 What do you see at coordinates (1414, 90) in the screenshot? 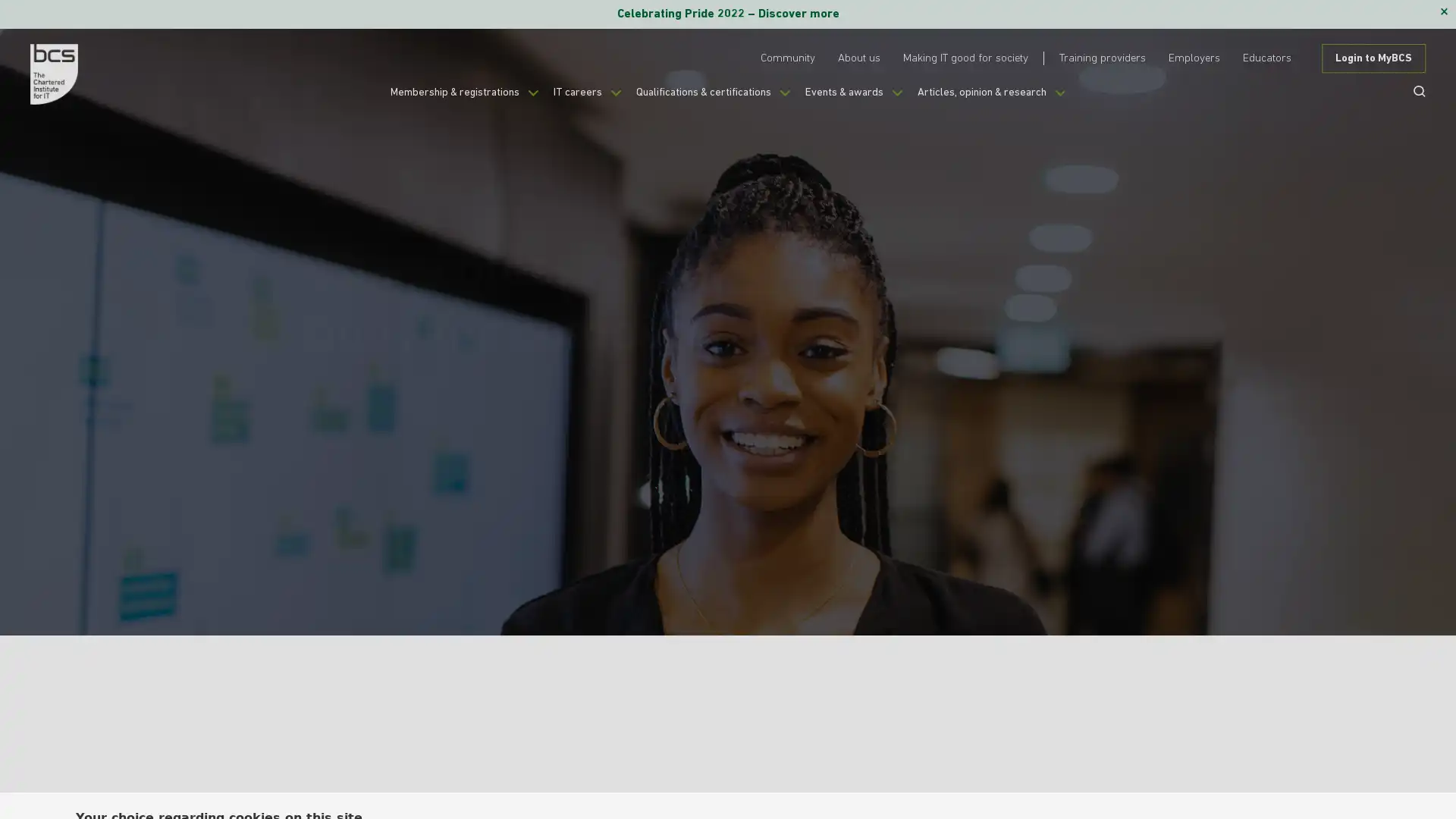
I see `Open Search` at bounding box center [1414, 90].